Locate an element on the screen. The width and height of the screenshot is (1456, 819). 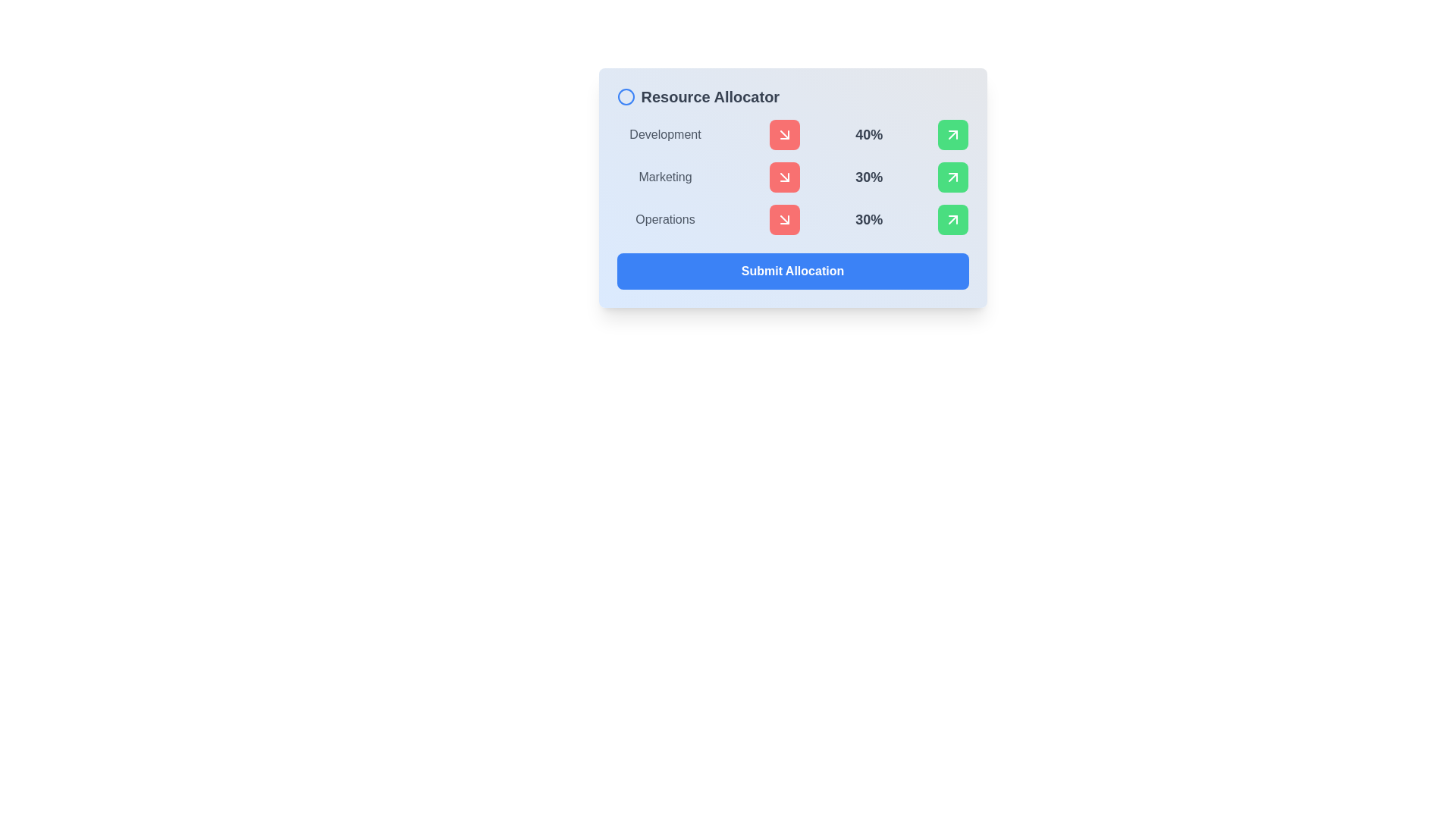
the button indicating an increase in the 'Development' category is located at coordinates (952, 133).